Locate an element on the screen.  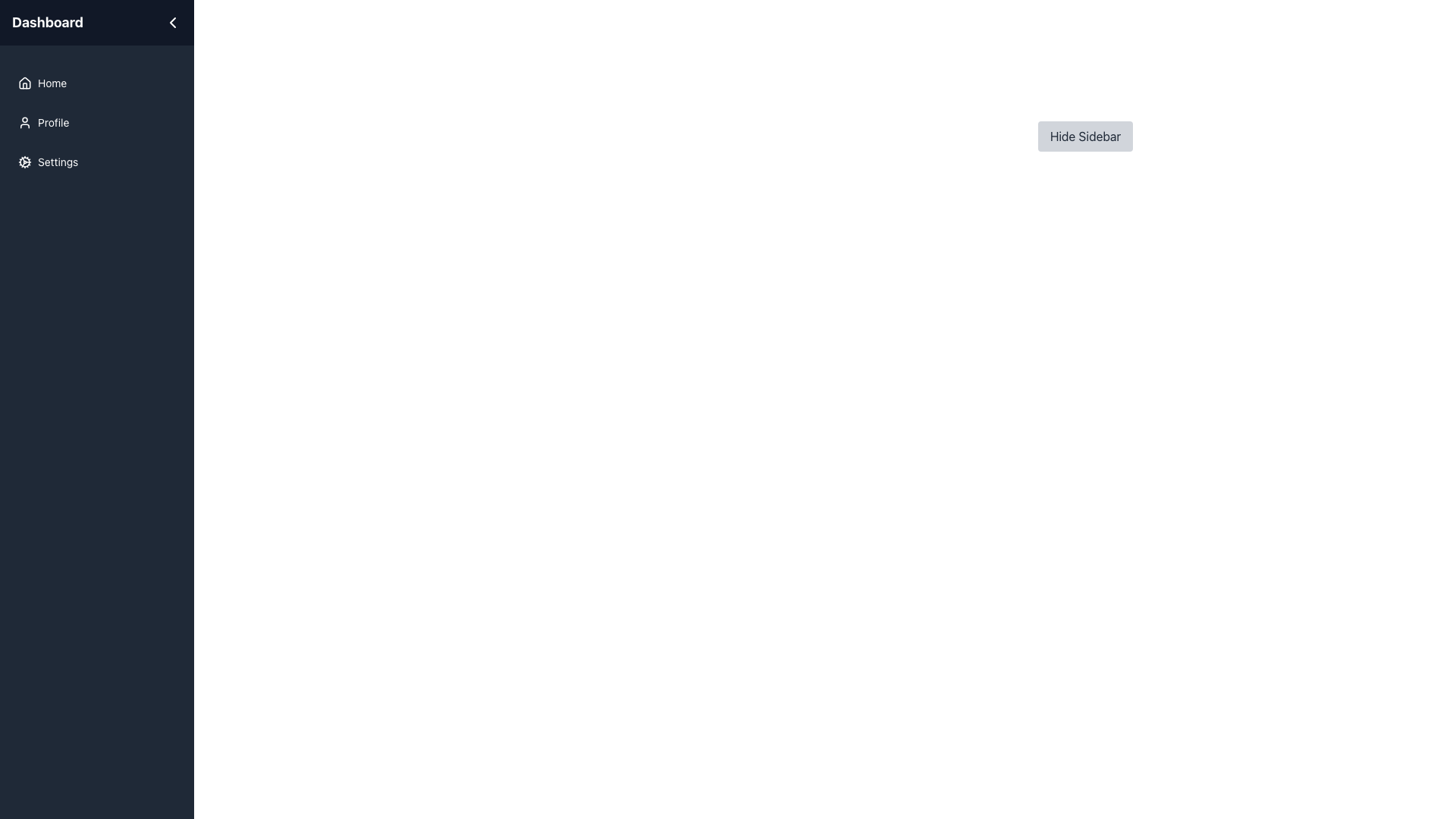
the house icon located in the sidebar menu, adjacent to the 'Home' label is located at coordinates (25, 83).